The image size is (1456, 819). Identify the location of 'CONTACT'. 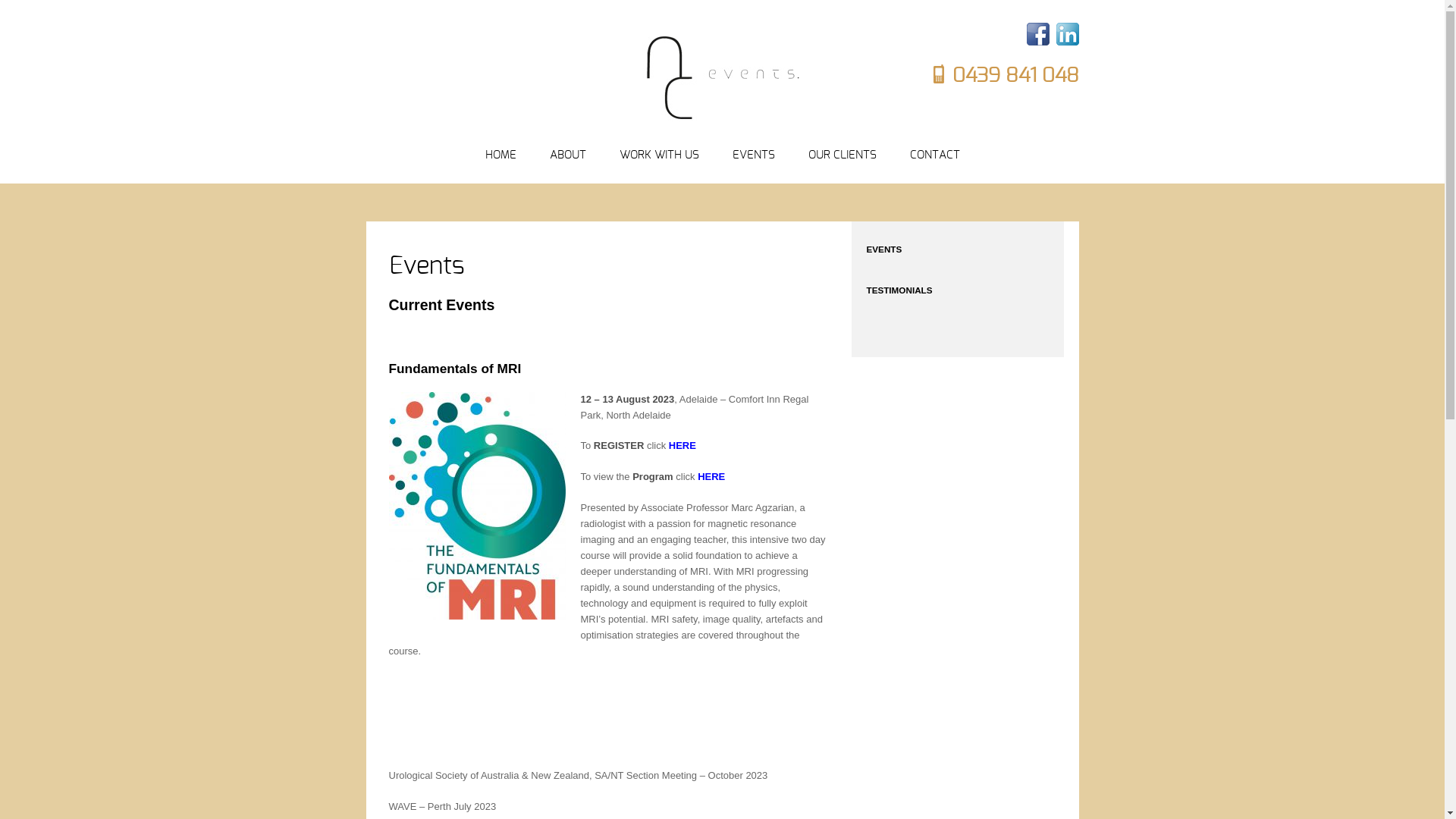
(934, 155).